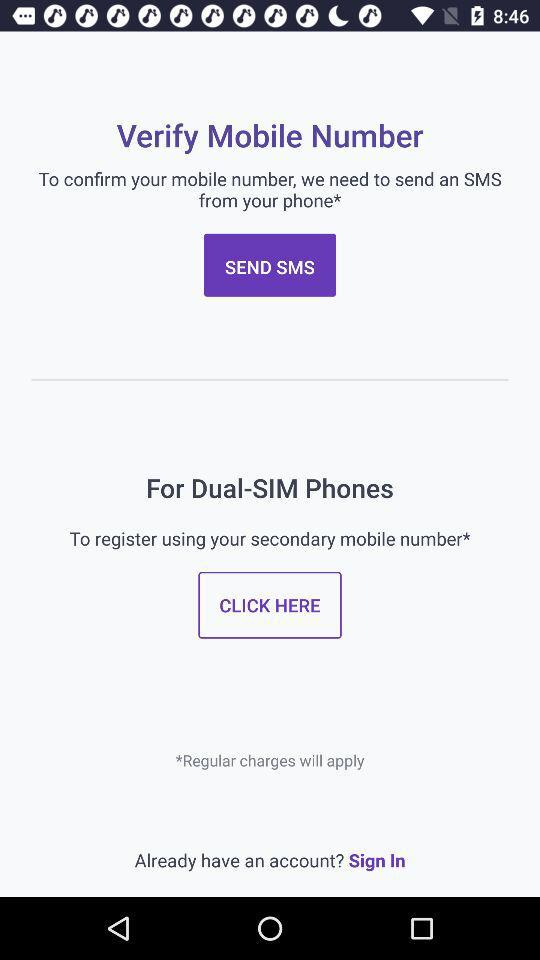 The width and height of the screenshot is (540, 960). What do you see at coordinates (270, 604) in the screenshot?
I see `the item above regular charges will item` at bounding box center [270, 604].